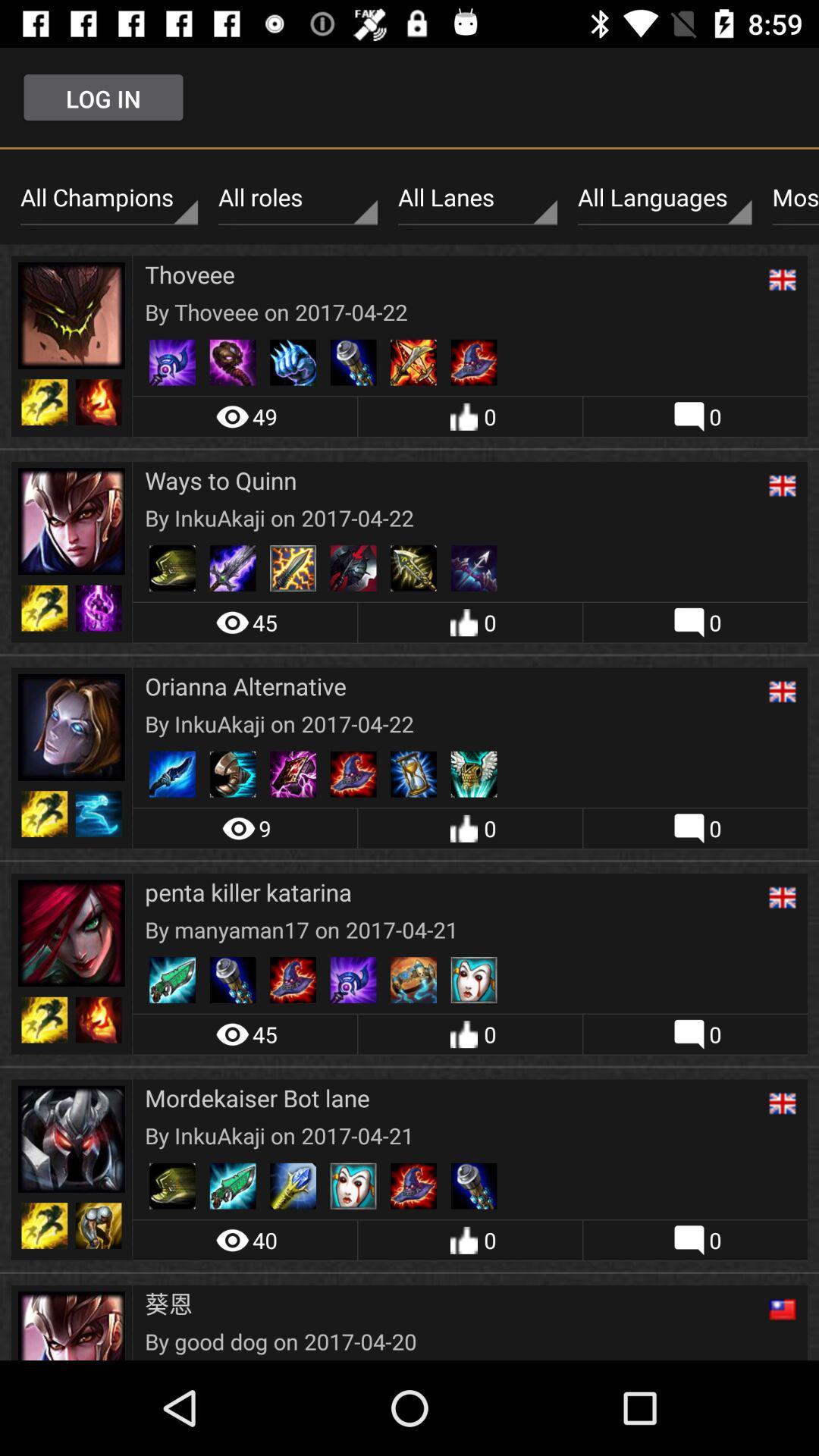  Describe the element at coordinates (108, 197) in the screenshot. I see `item to the left of the all roles icon` at that location.